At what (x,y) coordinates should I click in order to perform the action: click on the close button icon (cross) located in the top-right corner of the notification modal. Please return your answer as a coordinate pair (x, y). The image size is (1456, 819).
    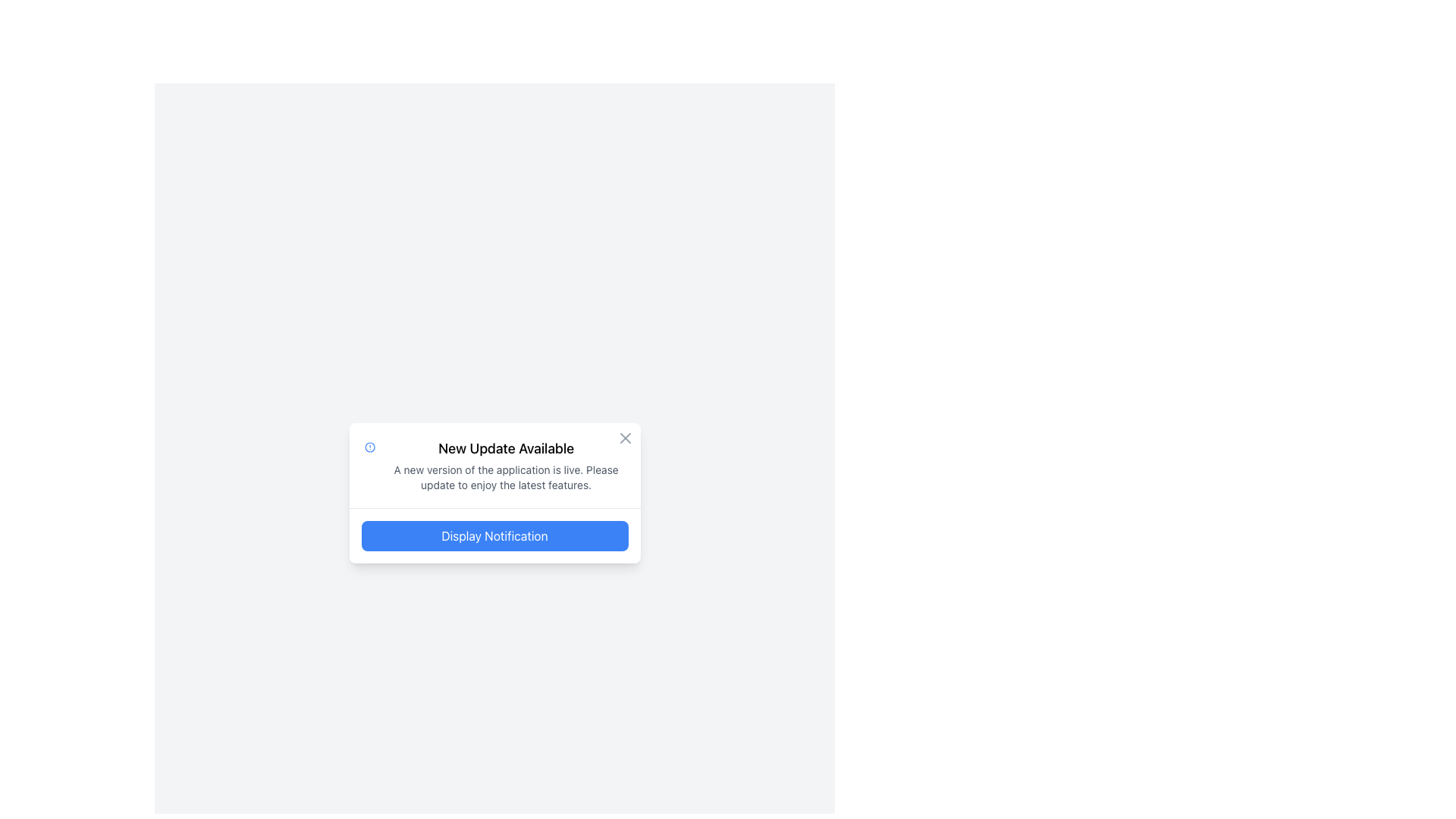
    Looking at the image, I should click on (625, 438).